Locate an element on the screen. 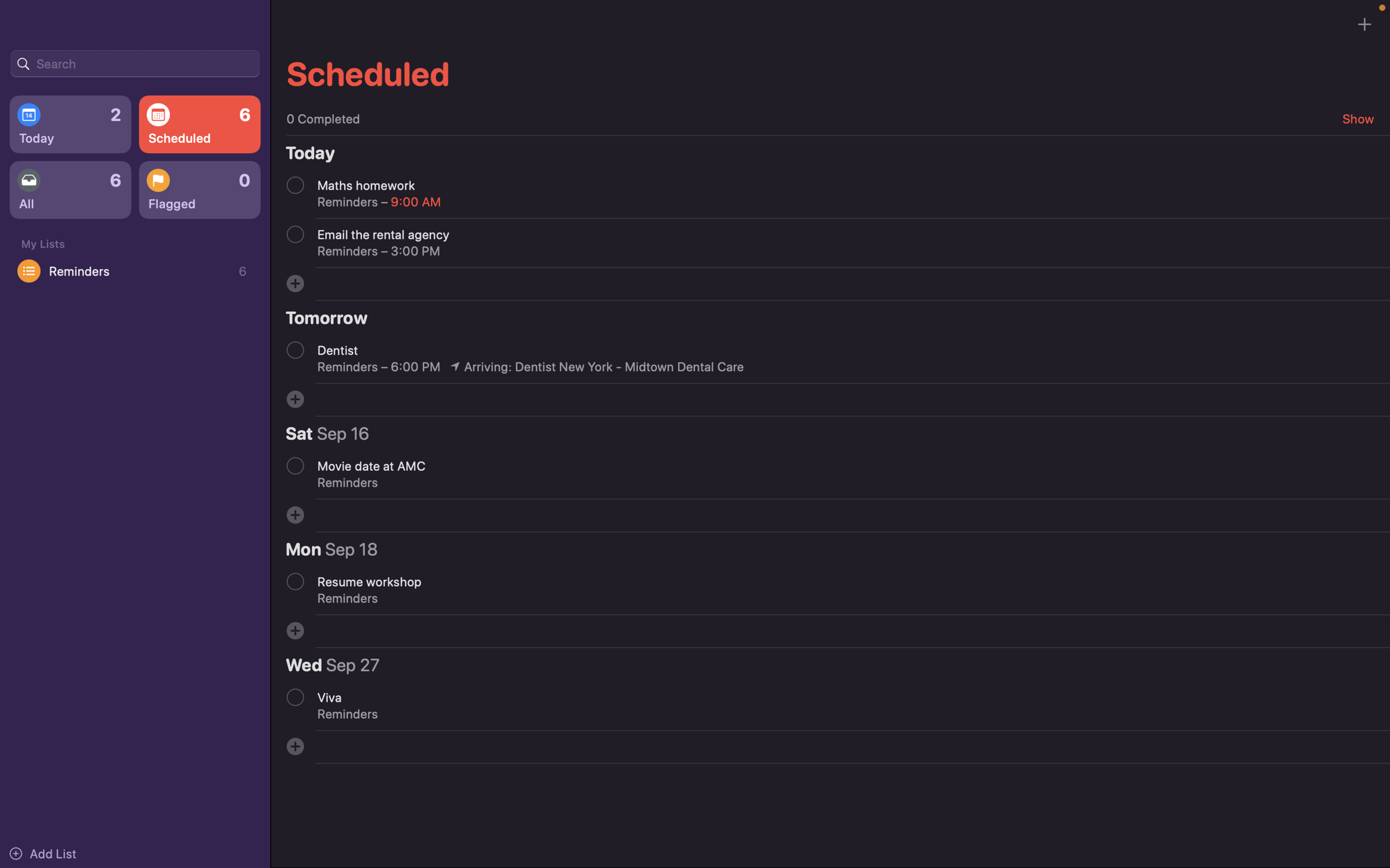 This screenshot has height=868, width=1390. Look for information pertaining to a holiday is located at coordinates (134, 62).